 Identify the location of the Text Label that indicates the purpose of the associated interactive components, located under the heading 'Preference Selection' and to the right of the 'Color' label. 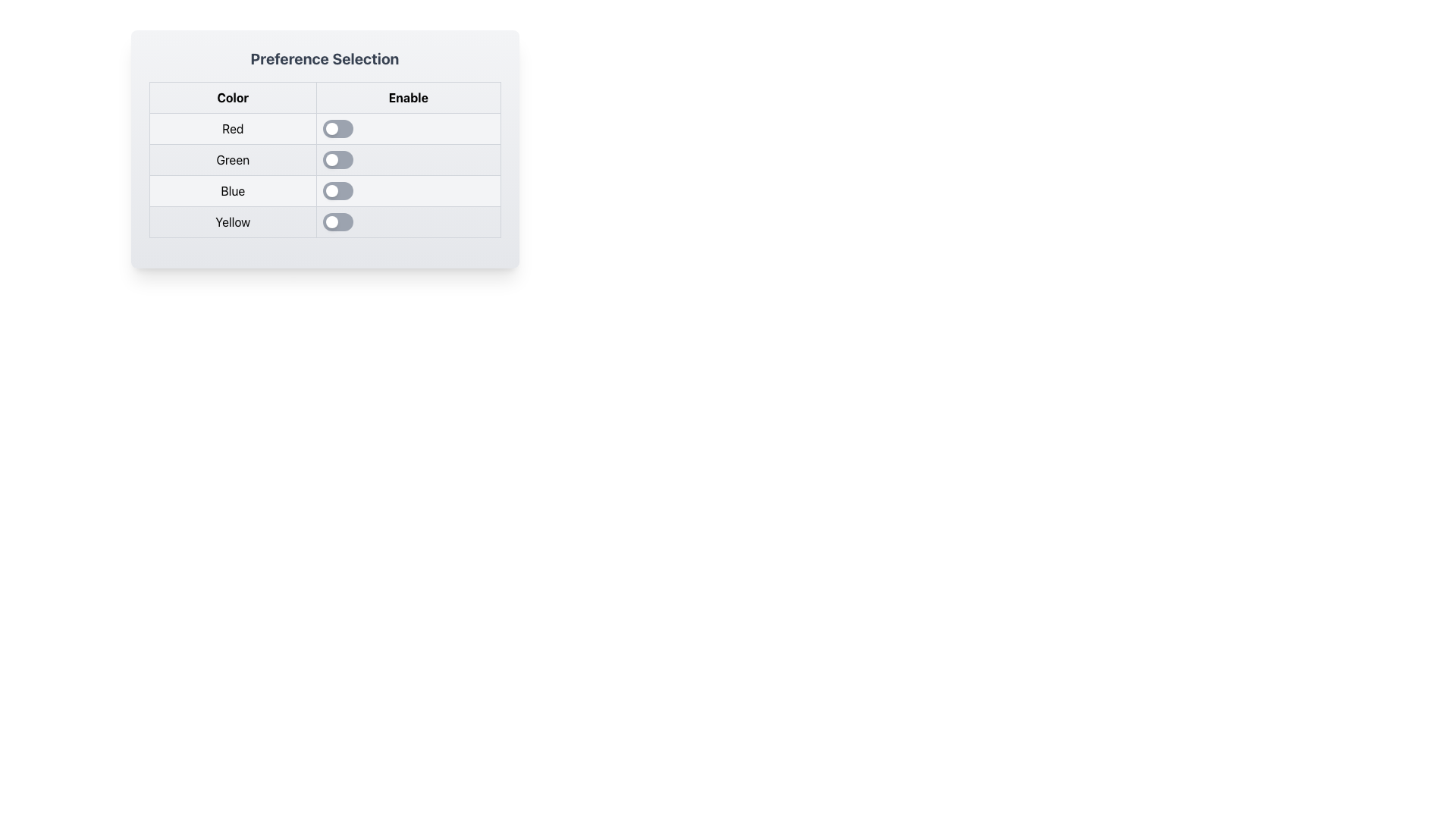
(408, 97).